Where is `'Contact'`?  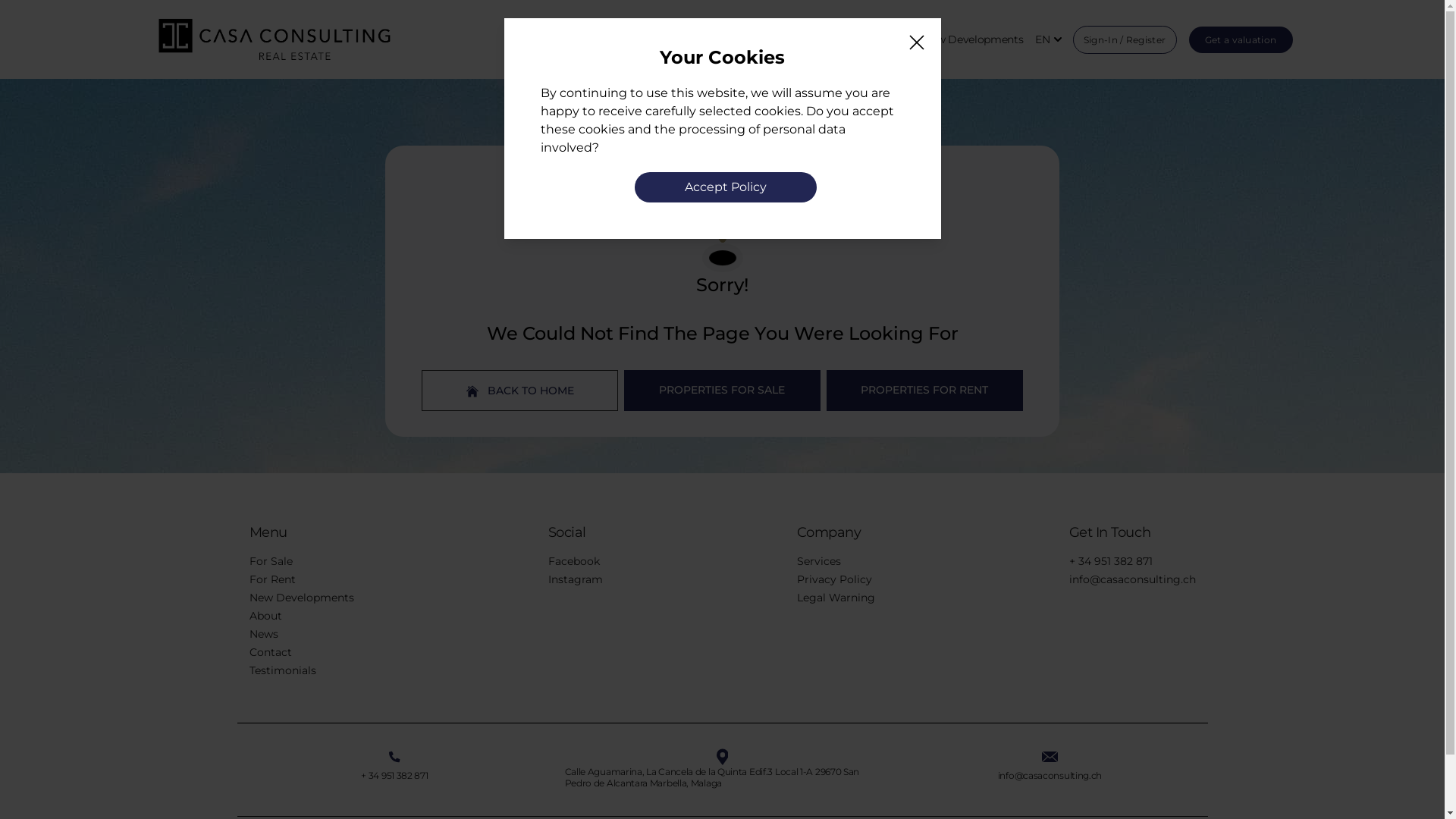 'Contact' is located at coordinates (269, 651).